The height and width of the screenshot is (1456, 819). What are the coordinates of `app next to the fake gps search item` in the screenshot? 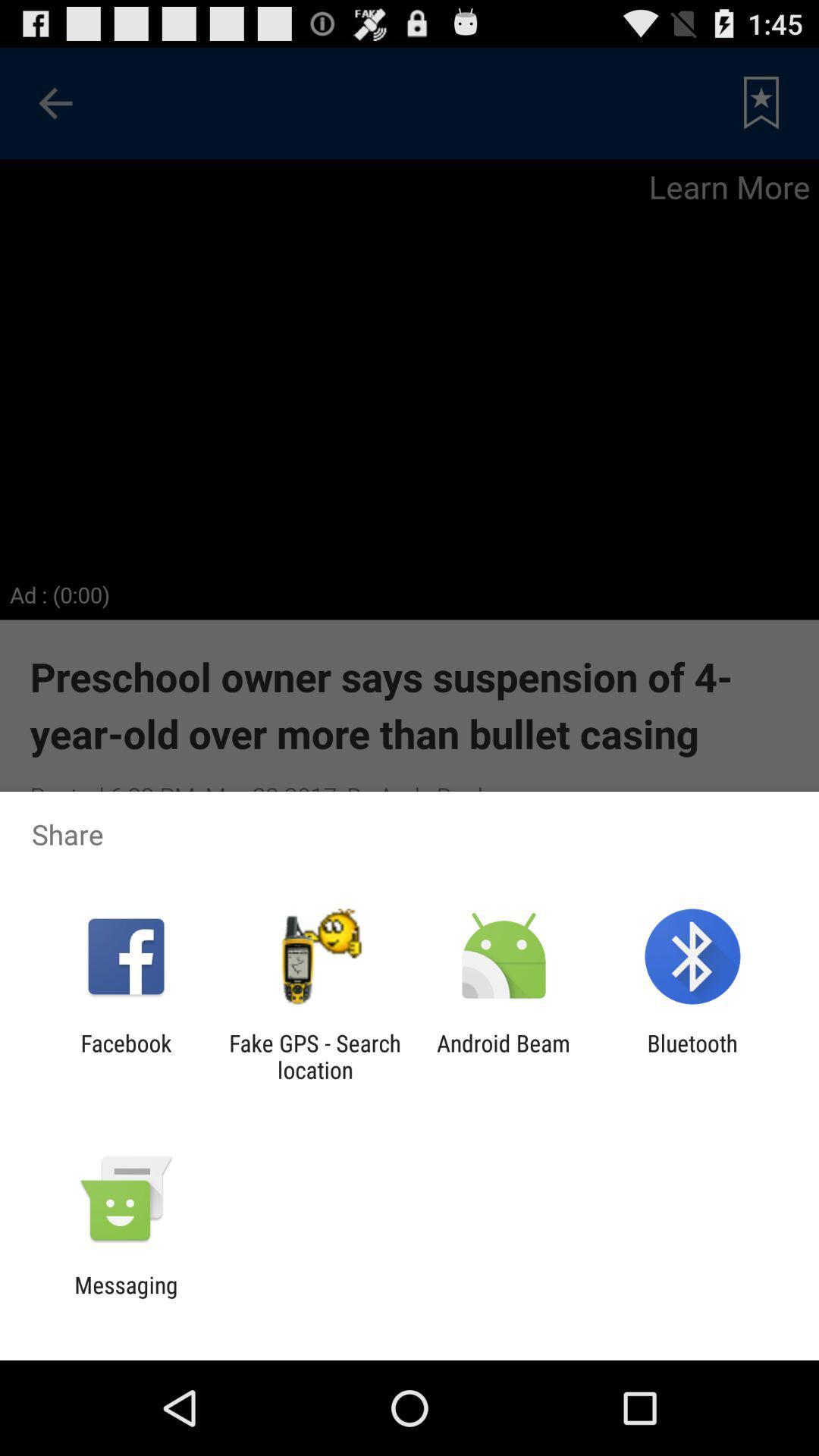 It's located at (504, 1056).